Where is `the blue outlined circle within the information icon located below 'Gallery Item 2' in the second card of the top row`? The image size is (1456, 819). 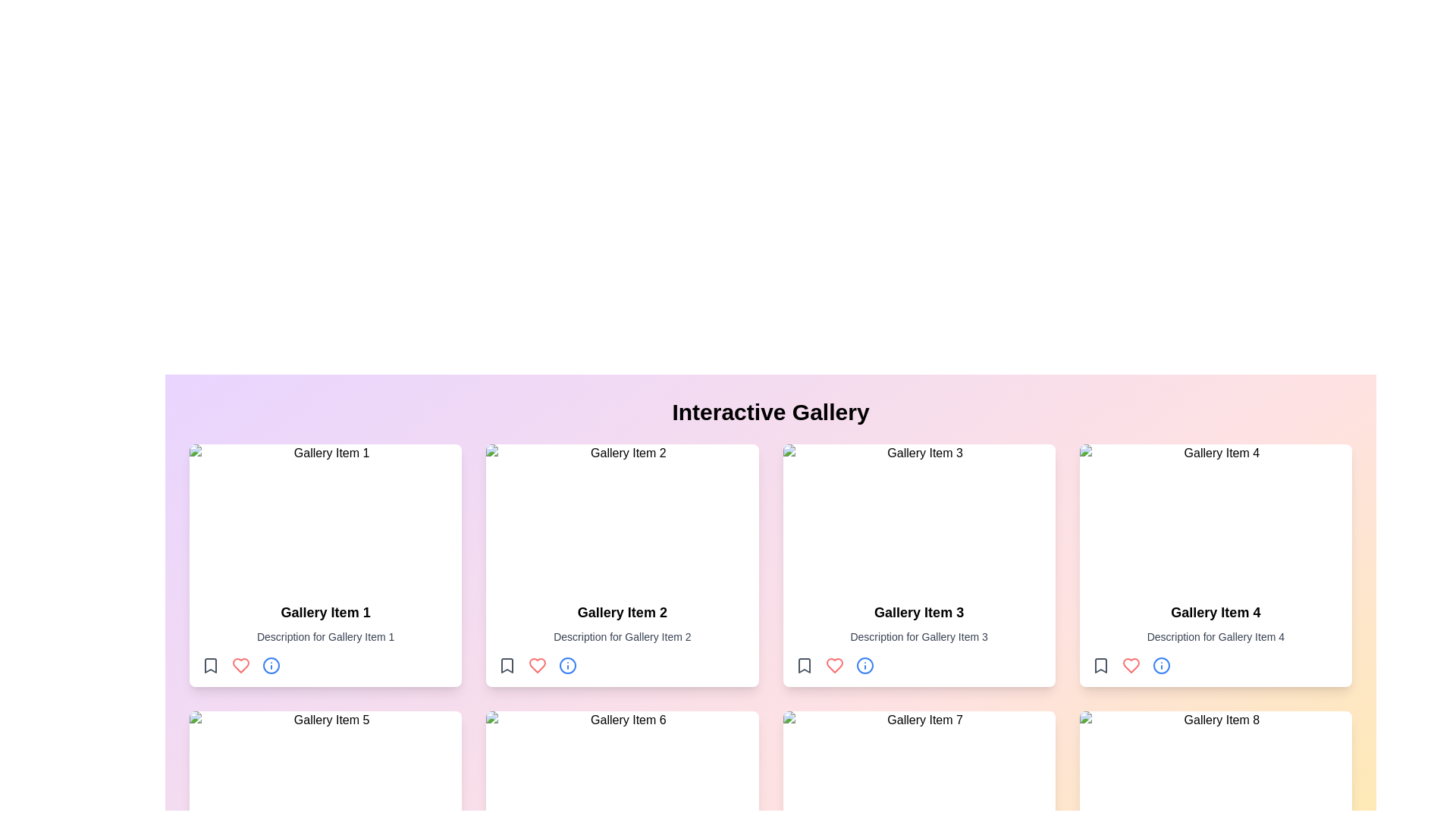
the blue outlined circle within the information icon located below 'Gallery Item 2' in the second card of the top row is located at coordinates (567, 665).